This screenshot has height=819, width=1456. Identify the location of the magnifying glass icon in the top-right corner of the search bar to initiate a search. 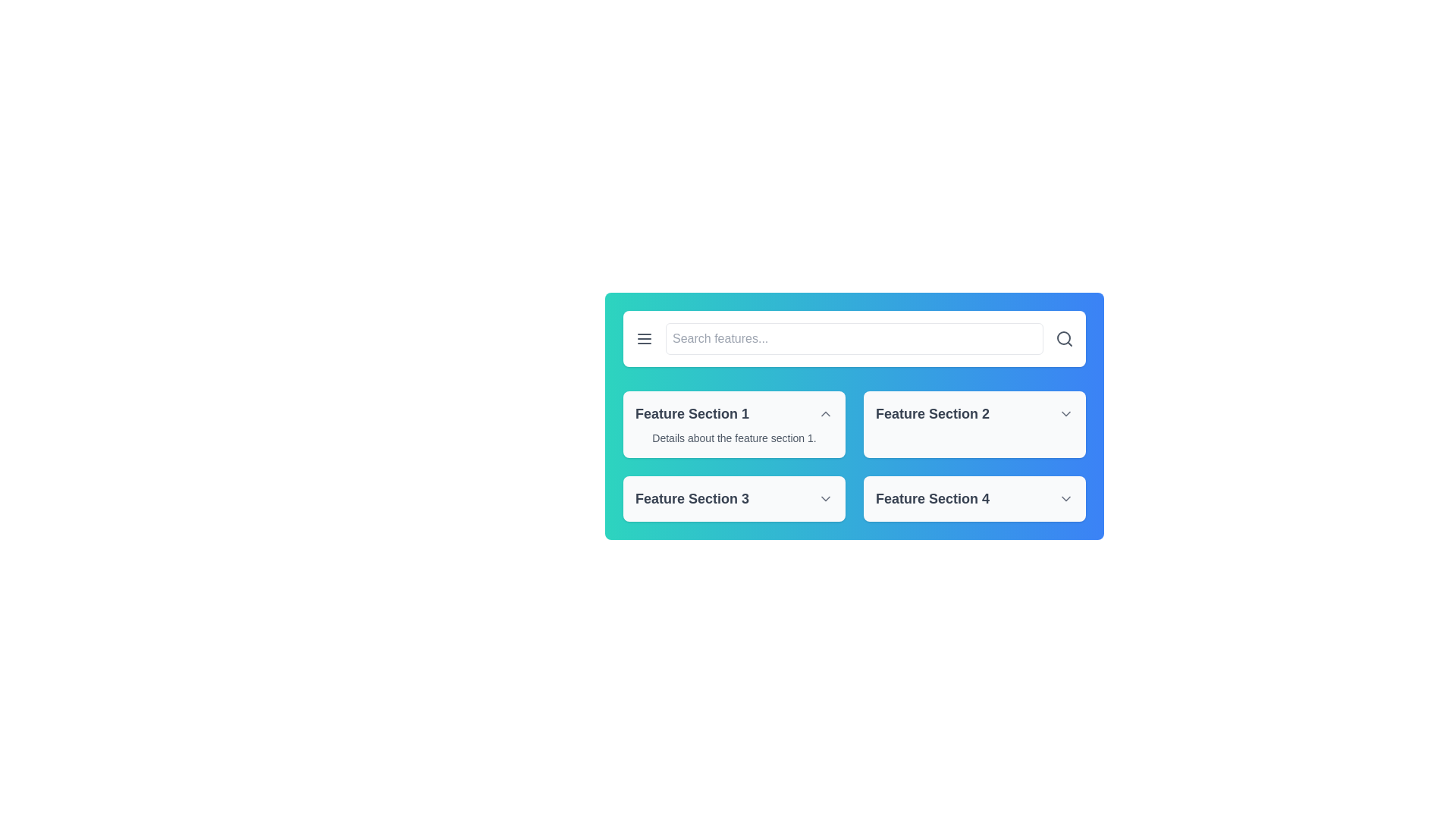
(1063, 338).